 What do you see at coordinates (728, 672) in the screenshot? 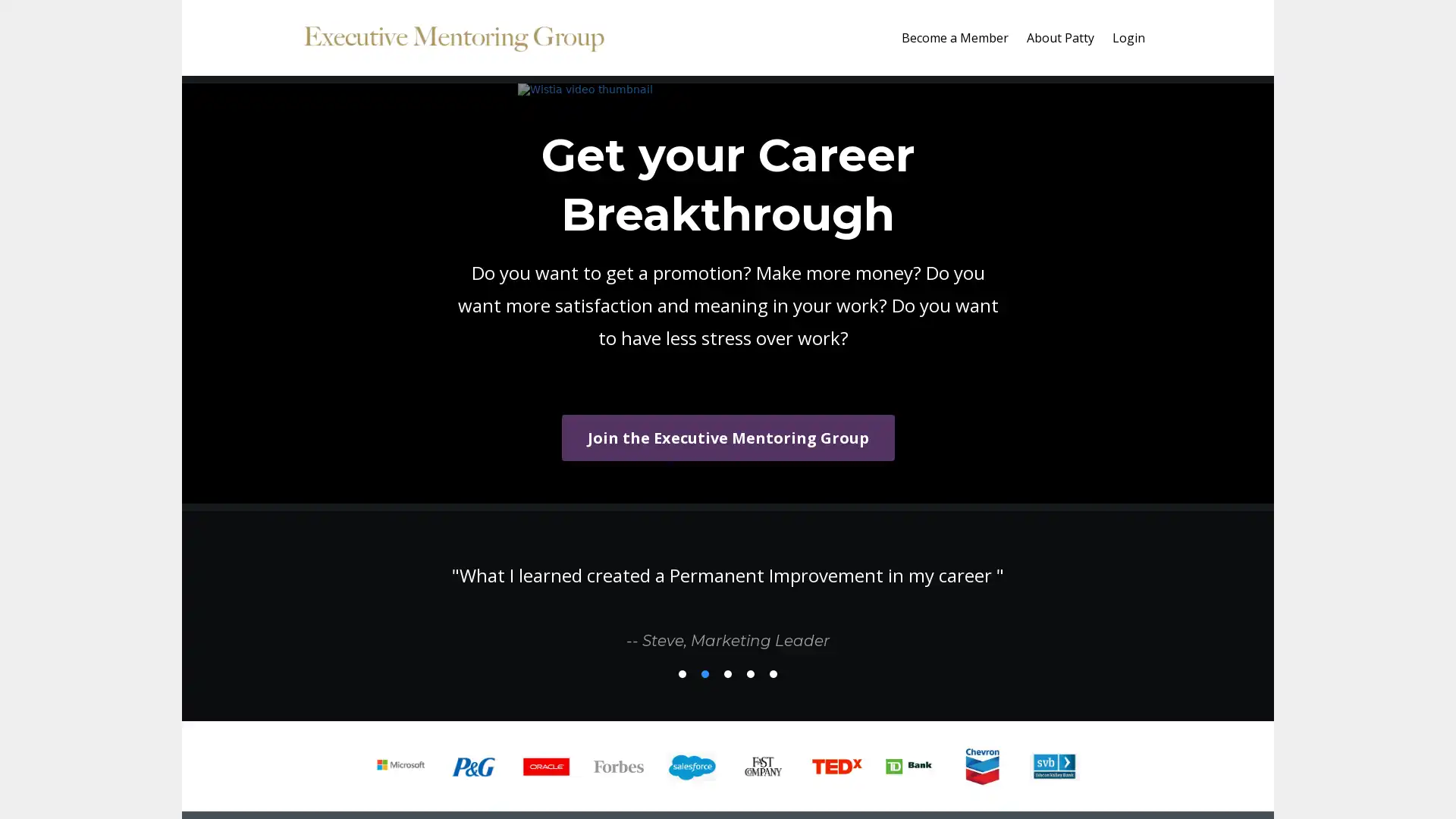
I see `3` at bounding box center [728, 672].